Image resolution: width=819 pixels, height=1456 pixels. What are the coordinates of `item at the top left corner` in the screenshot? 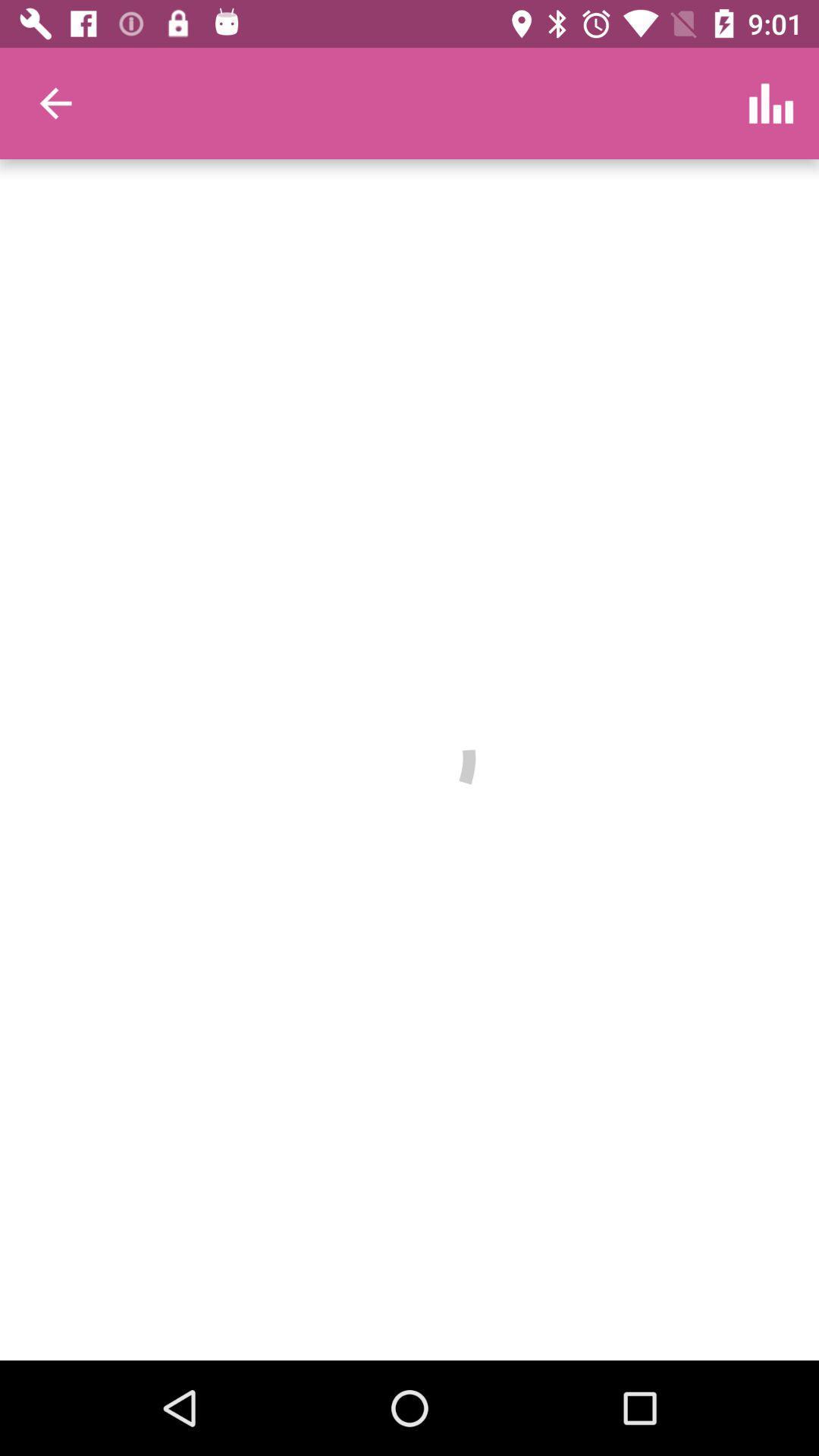 It's located at (55, 102).